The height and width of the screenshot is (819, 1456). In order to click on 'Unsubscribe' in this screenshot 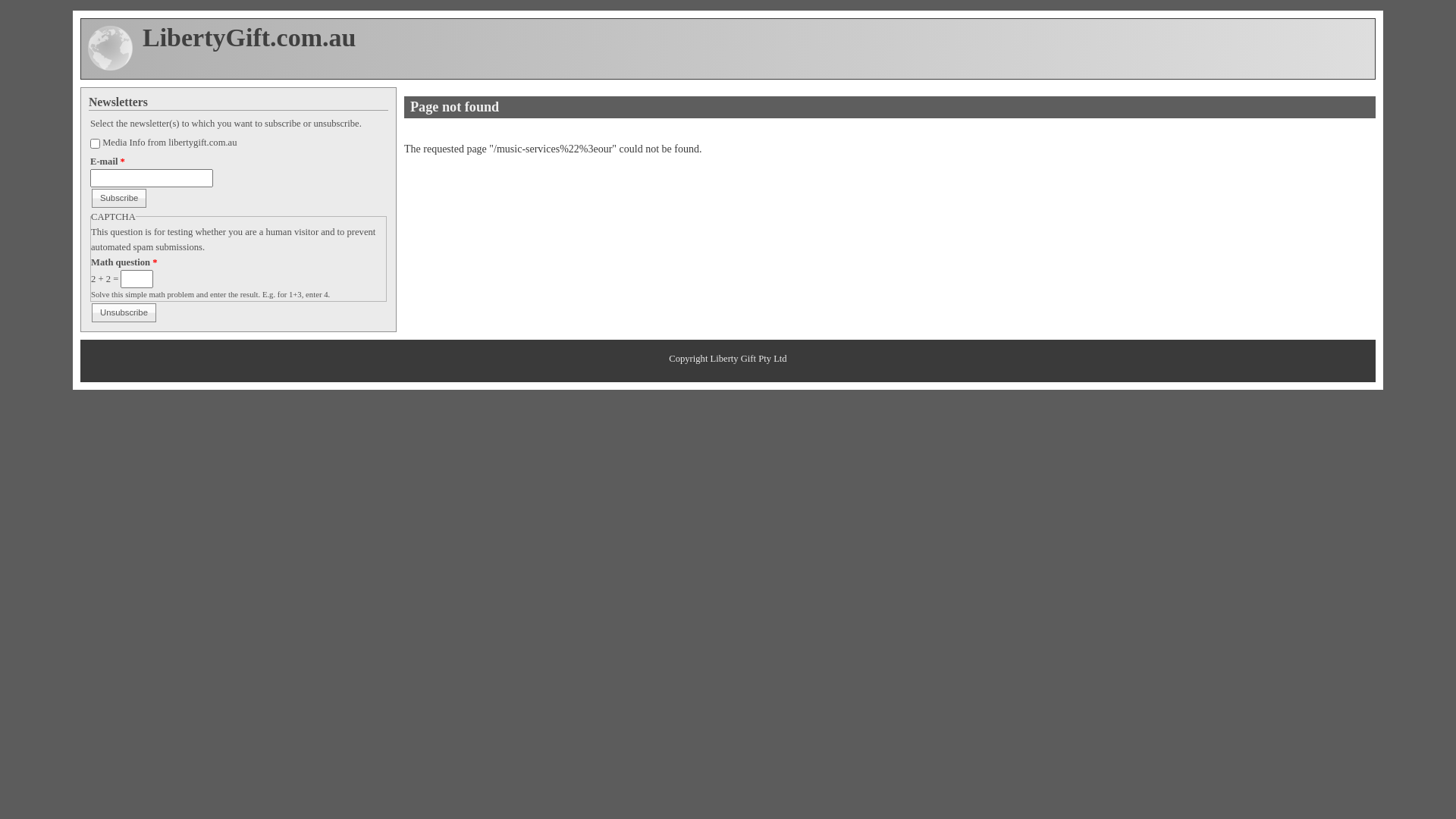, I will do `click(124, 312)`.